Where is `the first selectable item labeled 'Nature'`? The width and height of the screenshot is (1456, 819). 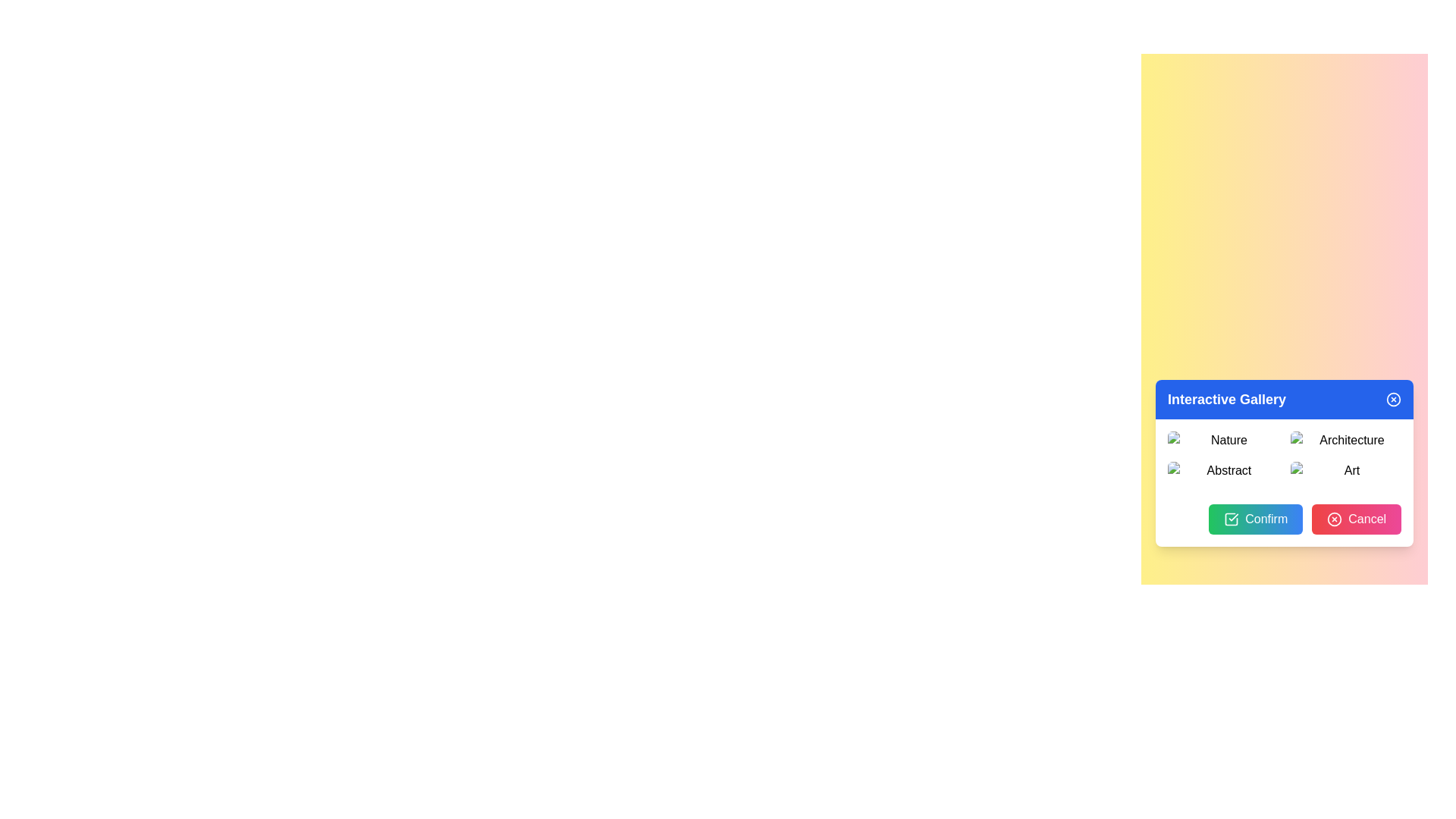
the first selectable item labeled 'Nature' is located at coordinates (1222, 441).